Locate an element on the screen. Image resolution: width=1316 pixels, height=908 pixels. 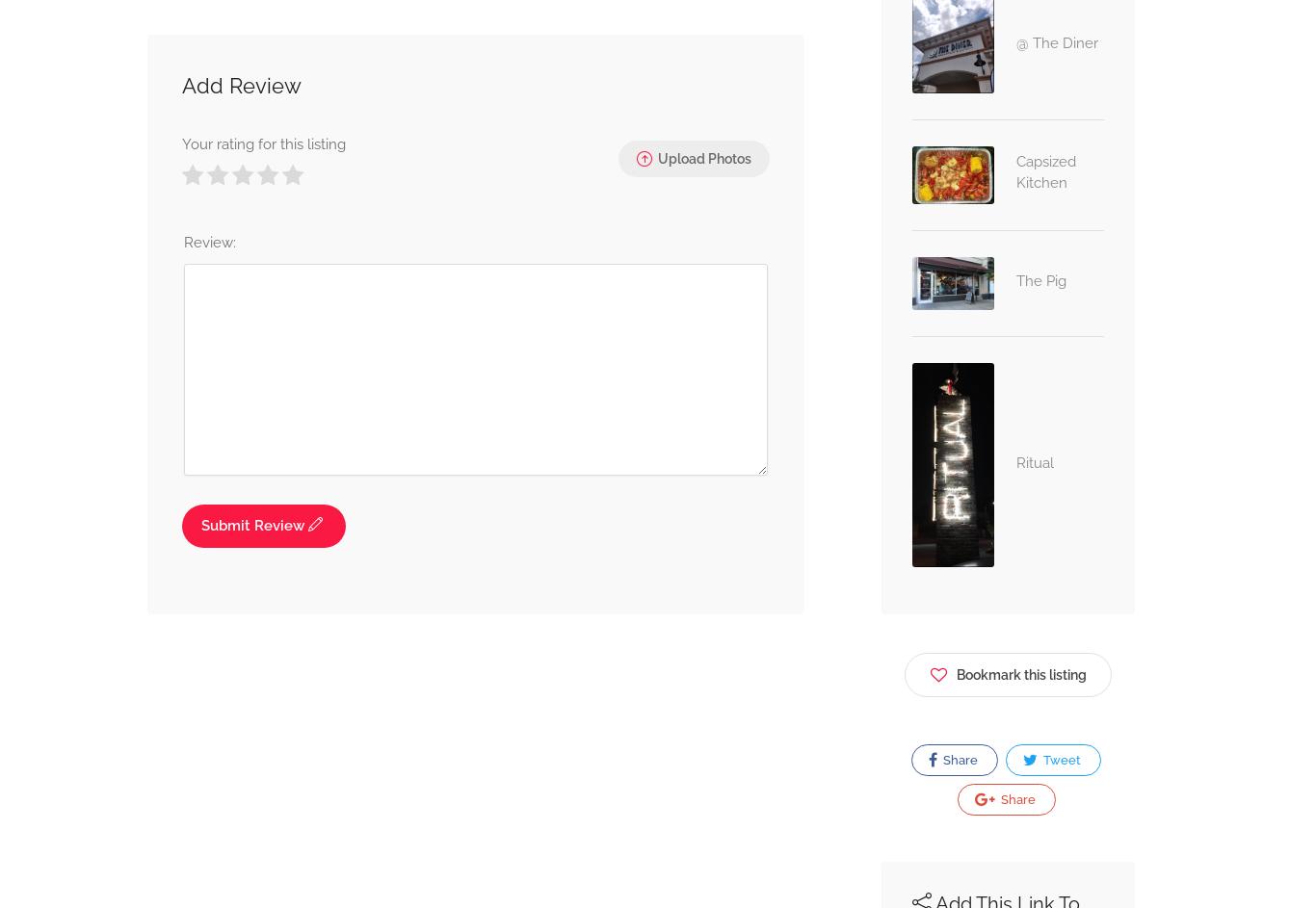
'@ The Diner' is located at coordinates (1055, 42).